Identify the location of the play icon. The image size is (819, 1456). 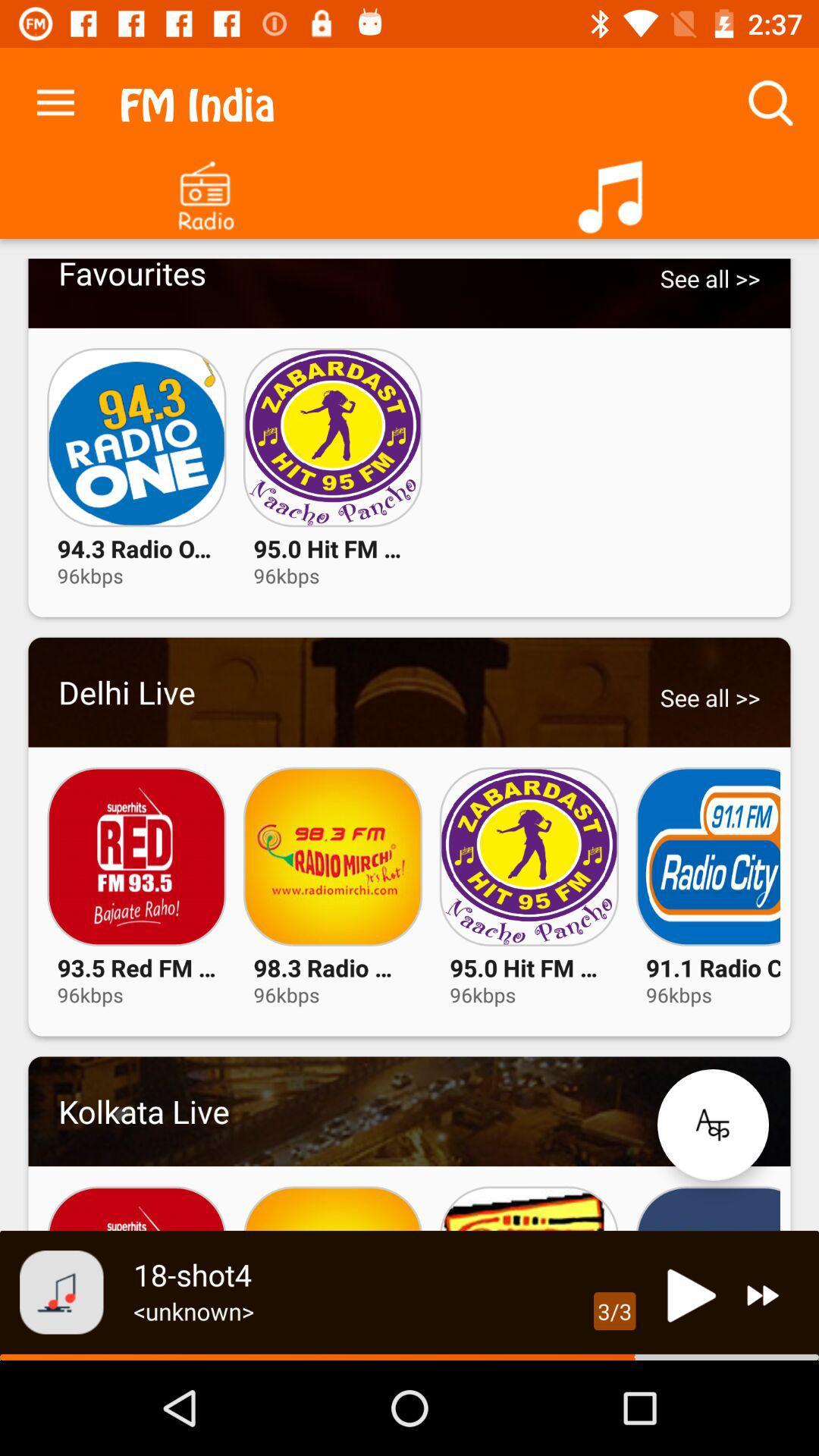
(687, 1294).